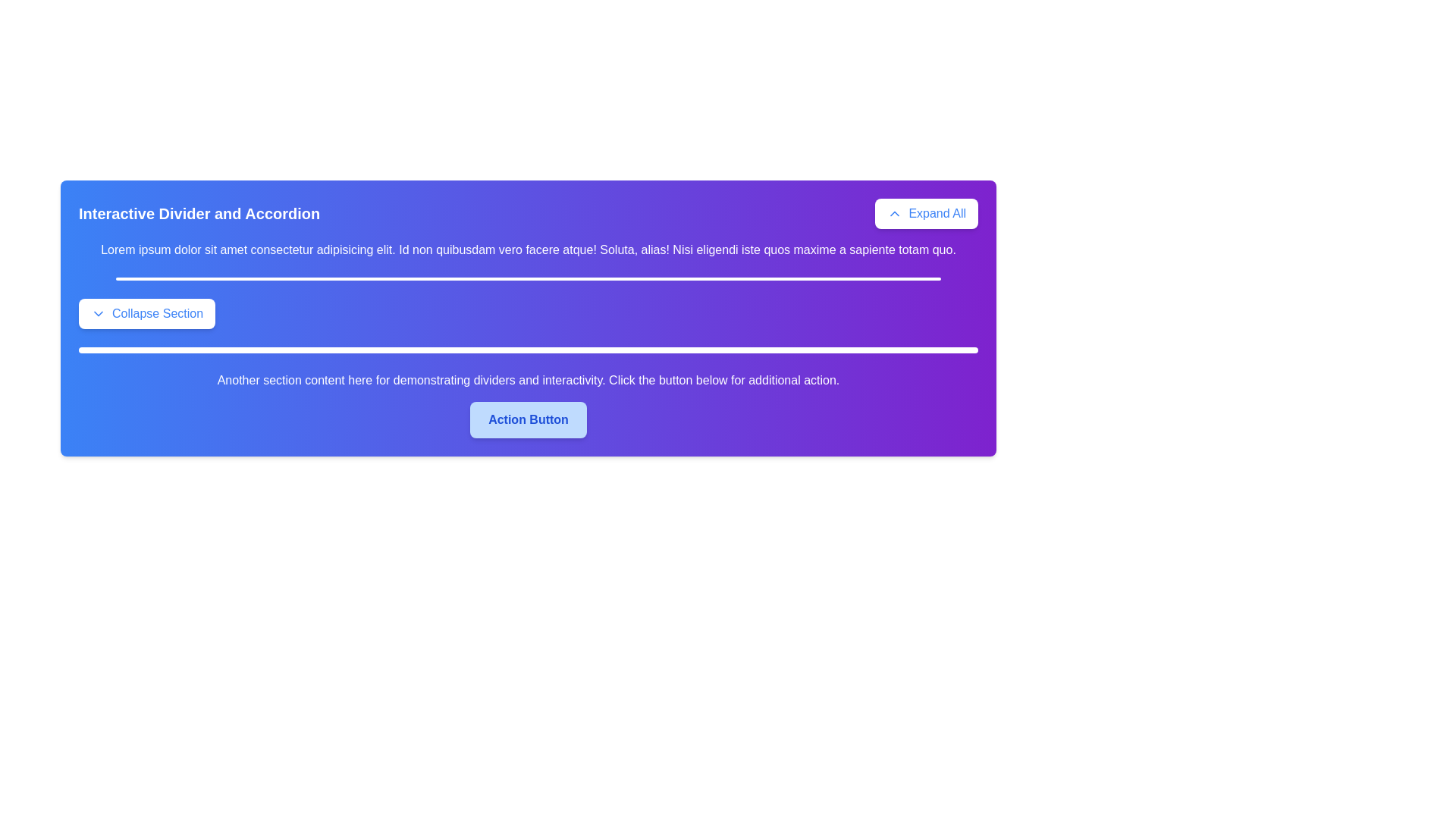  Describe the element at coordinates (926, 213) in the screenshot. I see `the button in the top-right corner of the purple box, which expands all collapsible sections in the interface` at that location.